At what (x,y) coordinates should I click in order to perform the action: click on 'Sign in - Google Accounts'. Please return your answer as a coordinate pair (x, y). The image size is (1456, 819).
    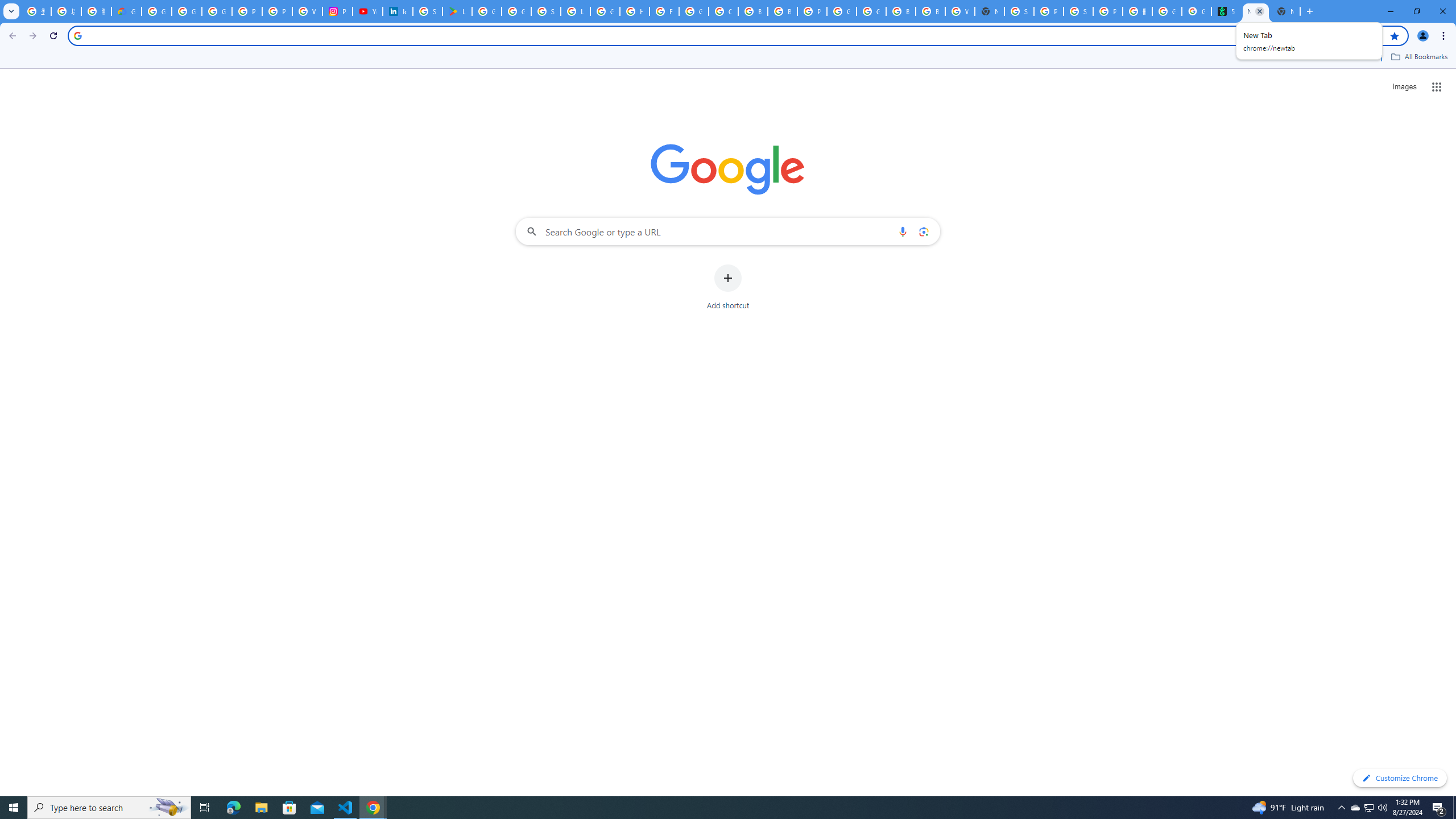
    Looking at the image, I should click on (1019, 11).